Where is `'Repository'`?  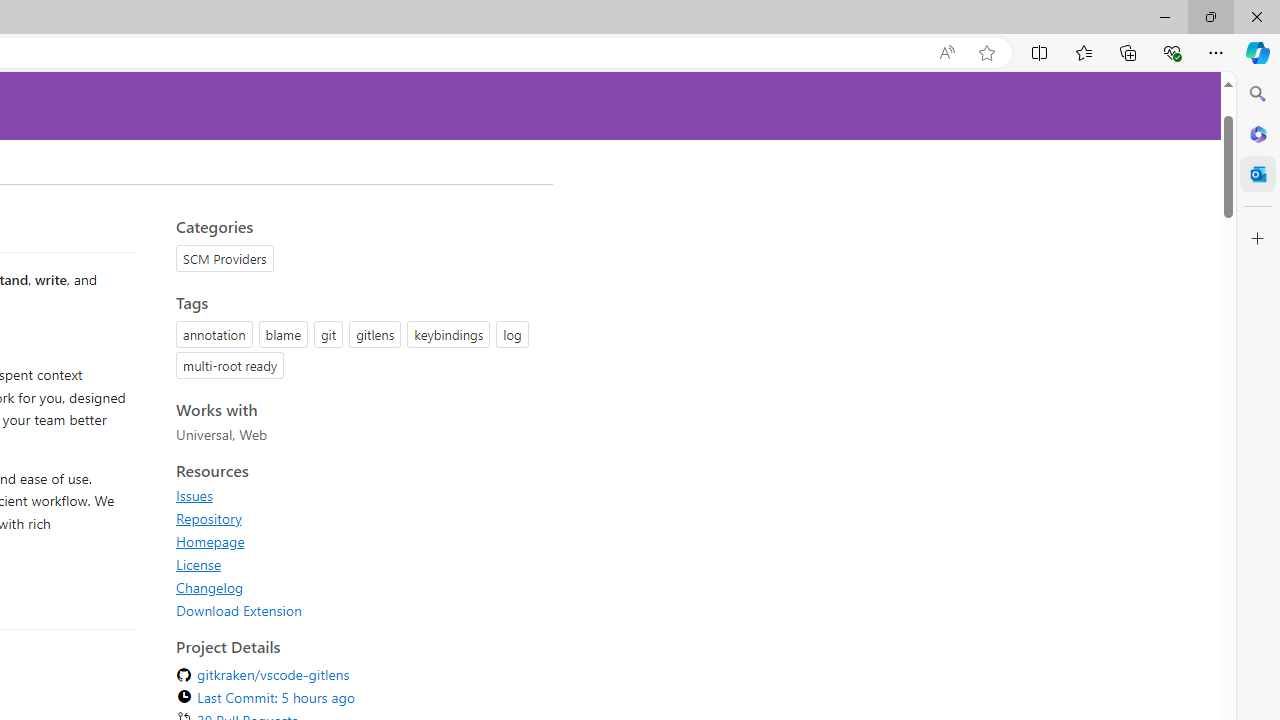
'Repository' is located at coordinates (209, 517).